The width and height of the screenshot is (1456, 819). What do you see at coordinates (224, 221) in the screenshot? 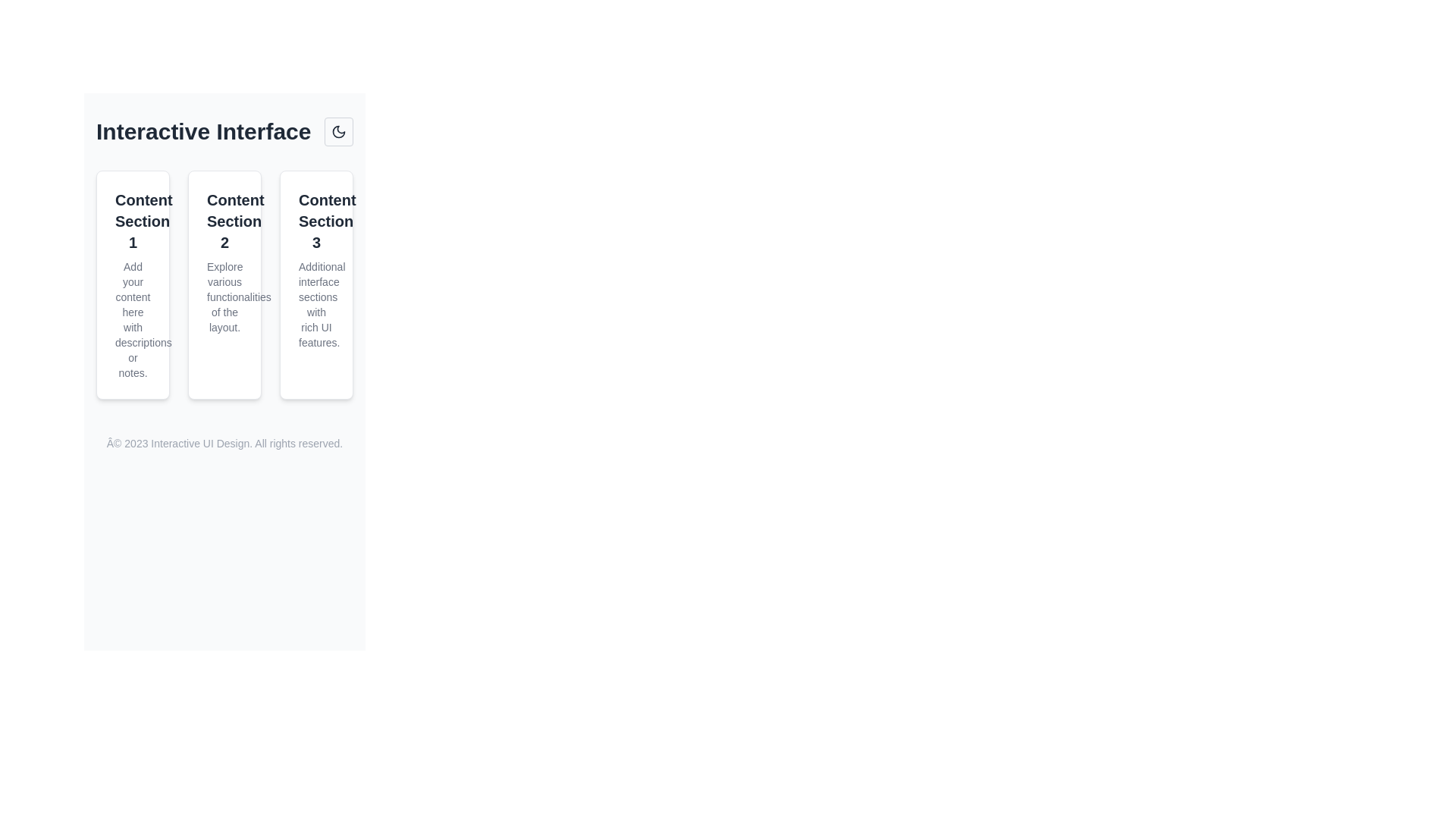
I see `the bold text label that reads 'Content Section 2', which serves as the title for the second content box` at bounding box center [224, 221].